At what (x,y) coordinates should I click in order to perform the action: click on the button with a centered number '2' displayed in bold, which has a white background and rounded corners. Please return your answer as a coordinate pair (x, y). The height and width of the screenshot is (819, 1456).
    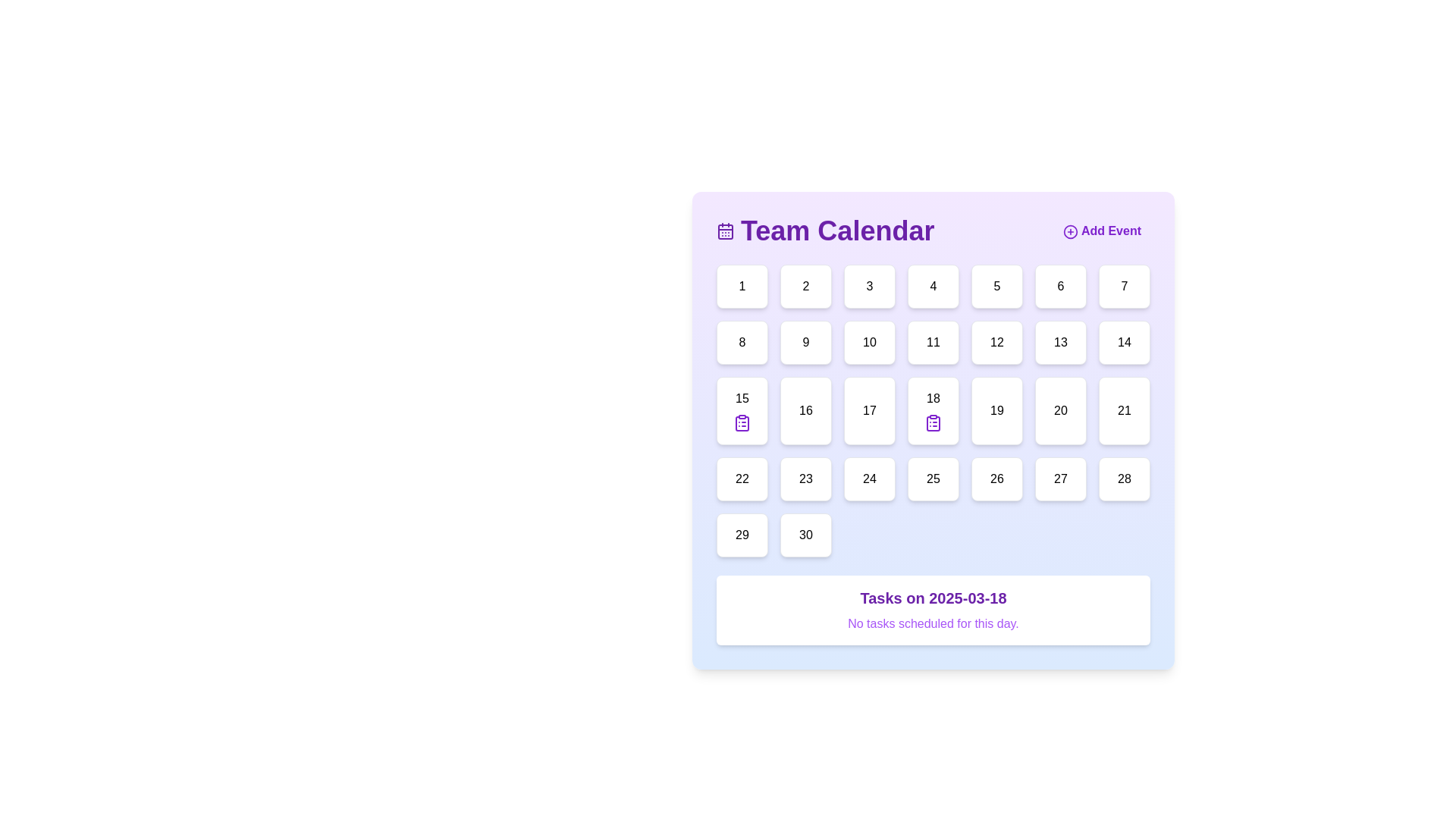
    Looking at the image, I should click on (805, 287).